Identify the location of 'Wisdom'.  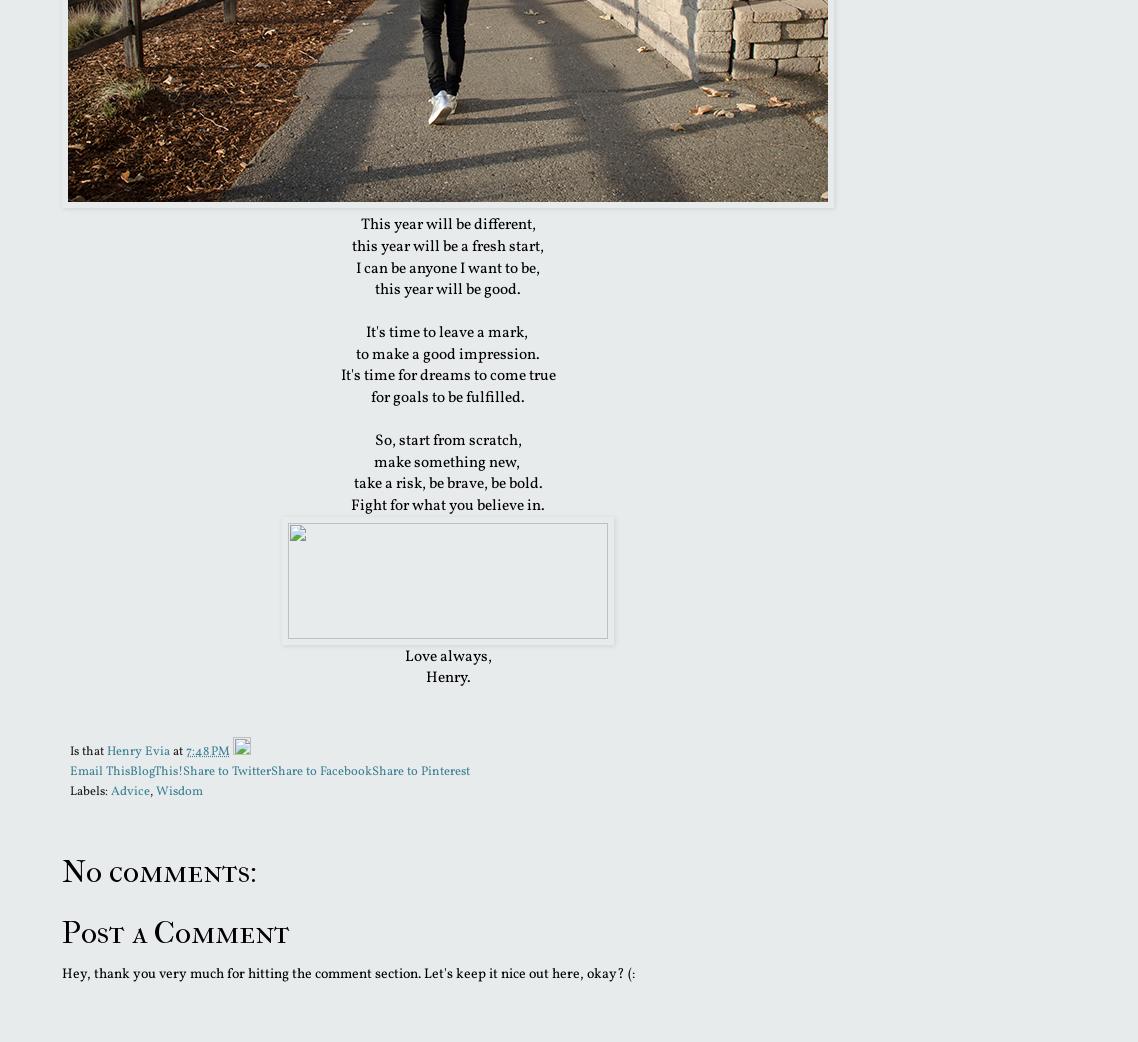
(178, 790).